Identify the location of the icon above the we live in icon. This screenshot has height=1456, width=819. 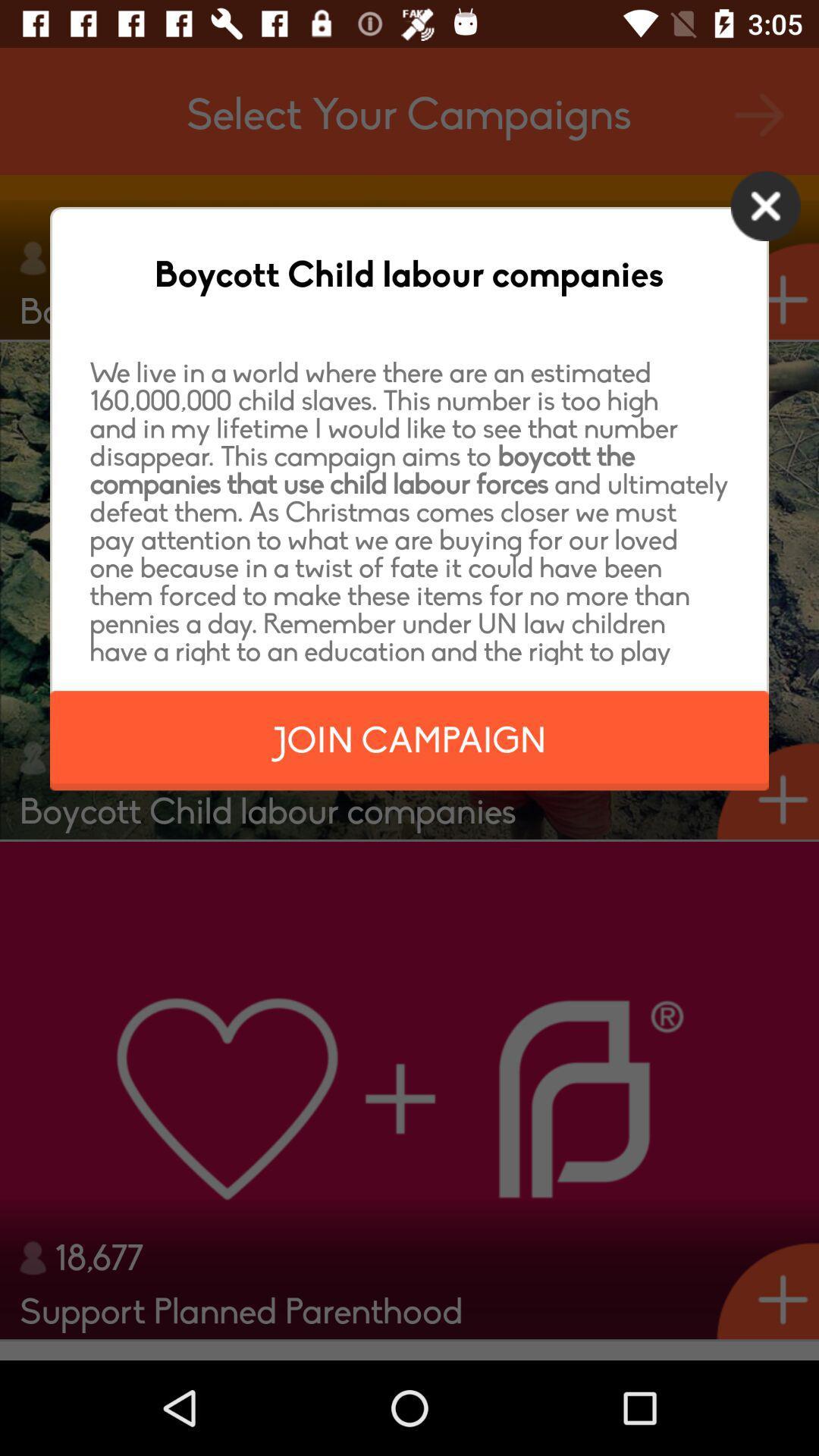
(765, 205).